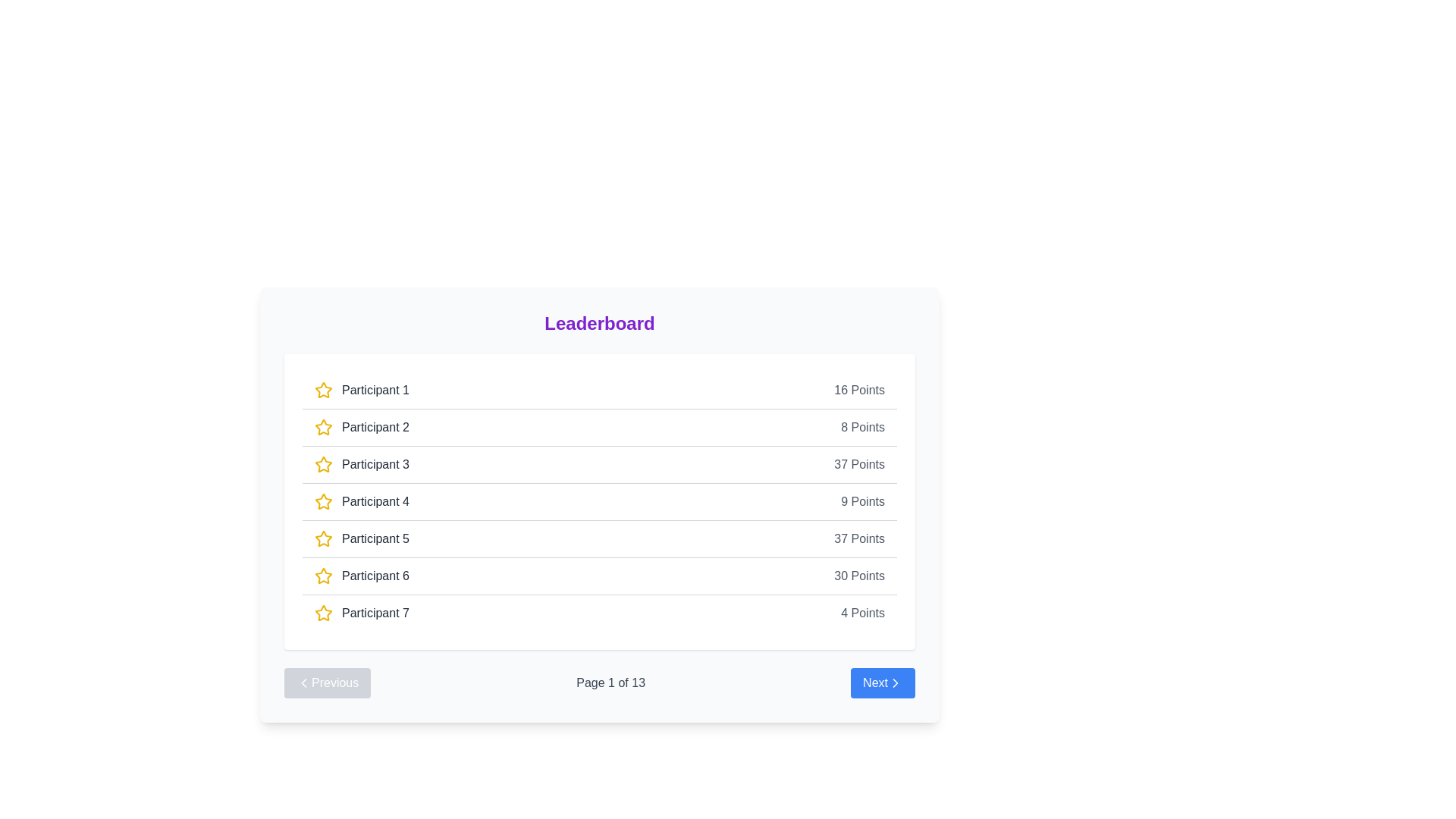 The width and height of the screenshot is (1456, 819). What do you see at coordinates (599, 463) in the screenshot?
I see `participant name and score from the third entry in the leaderboard list, which is centered horizontally and aligned with similar elements` at bounding box center [599, 463].